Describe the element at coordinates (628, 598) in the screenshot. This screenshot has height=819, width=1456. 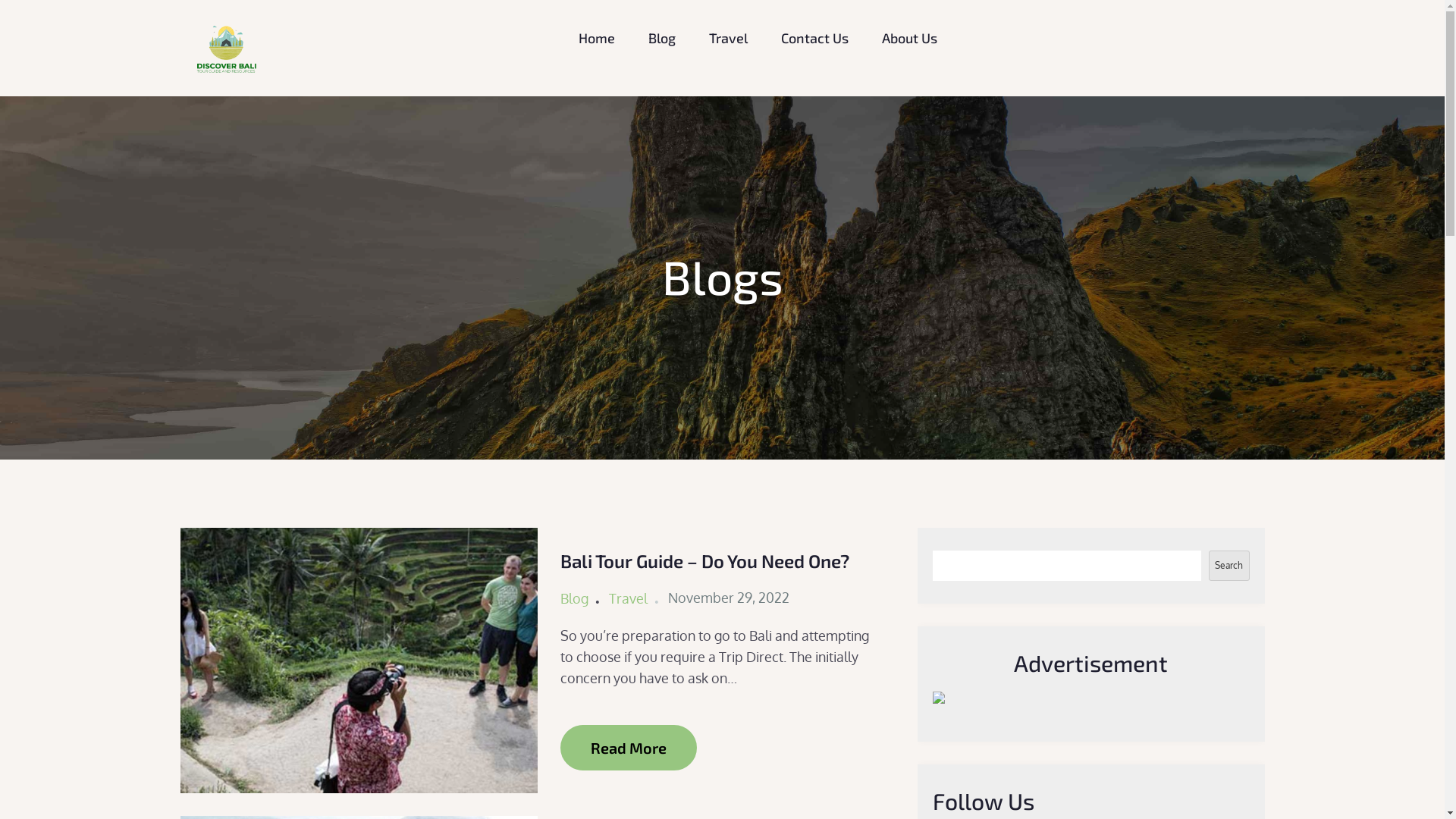
I see `'Travel'` at that location.